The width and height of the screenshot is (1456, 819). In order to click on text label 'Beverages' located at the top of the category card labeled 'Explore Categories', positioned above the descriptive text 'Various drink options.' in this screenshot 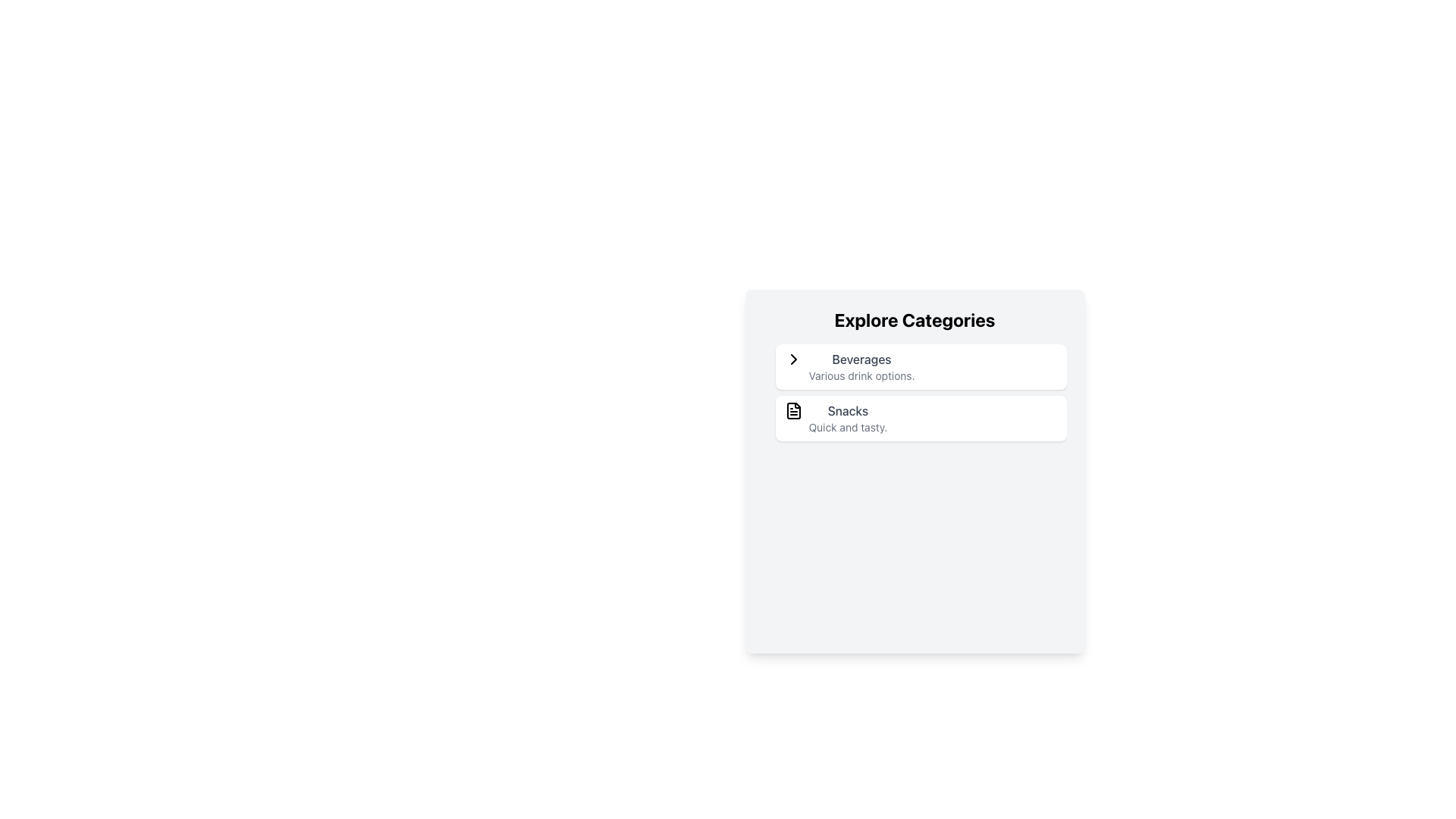, I will do `click(861, 359)`.